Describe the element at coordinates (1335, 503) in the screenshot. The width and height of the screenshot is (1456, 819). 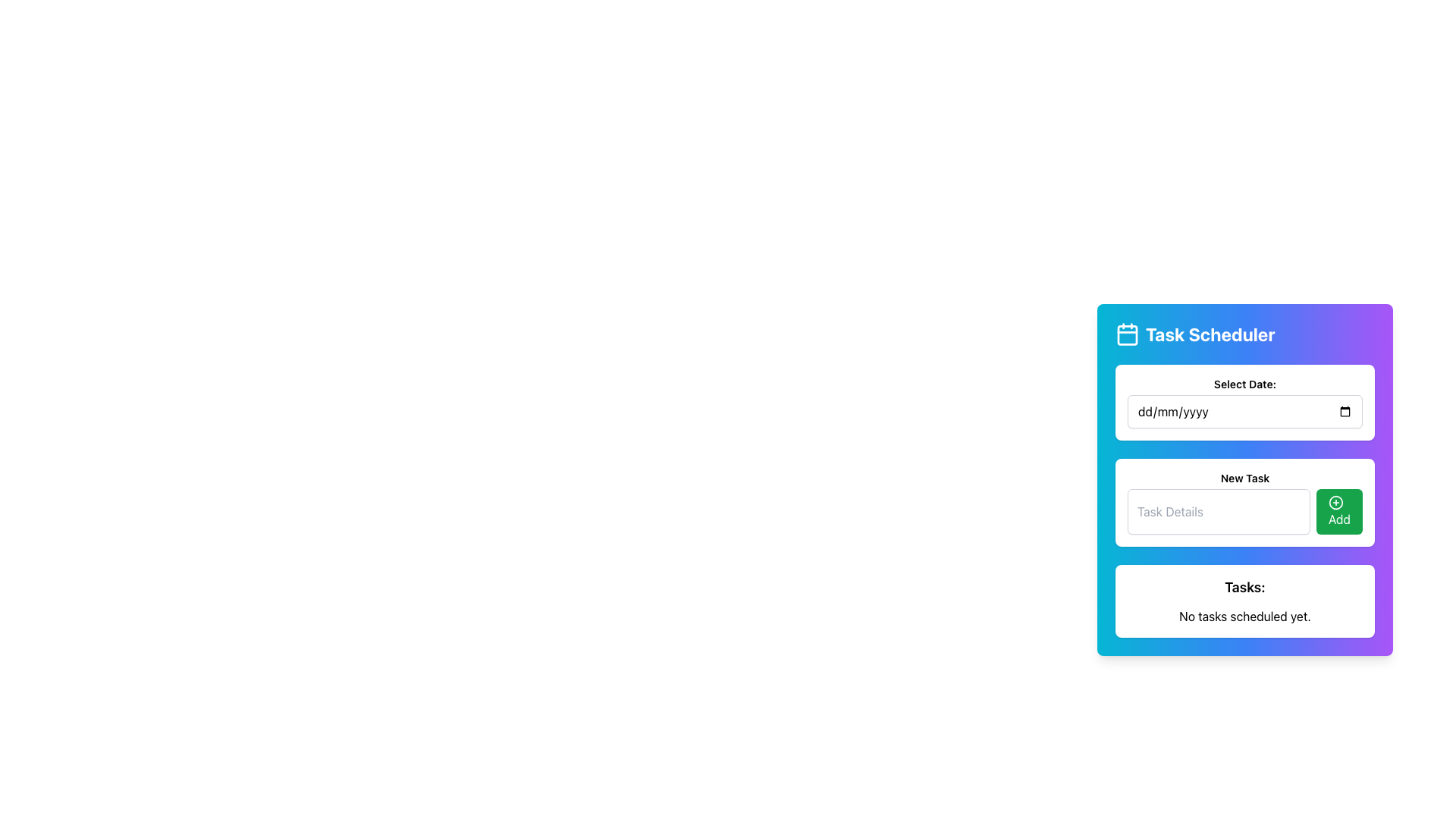
I see `the visual contribution of the SVG Circle element, which is part of the circular-plus icon in the task scheduler interface` at that location.